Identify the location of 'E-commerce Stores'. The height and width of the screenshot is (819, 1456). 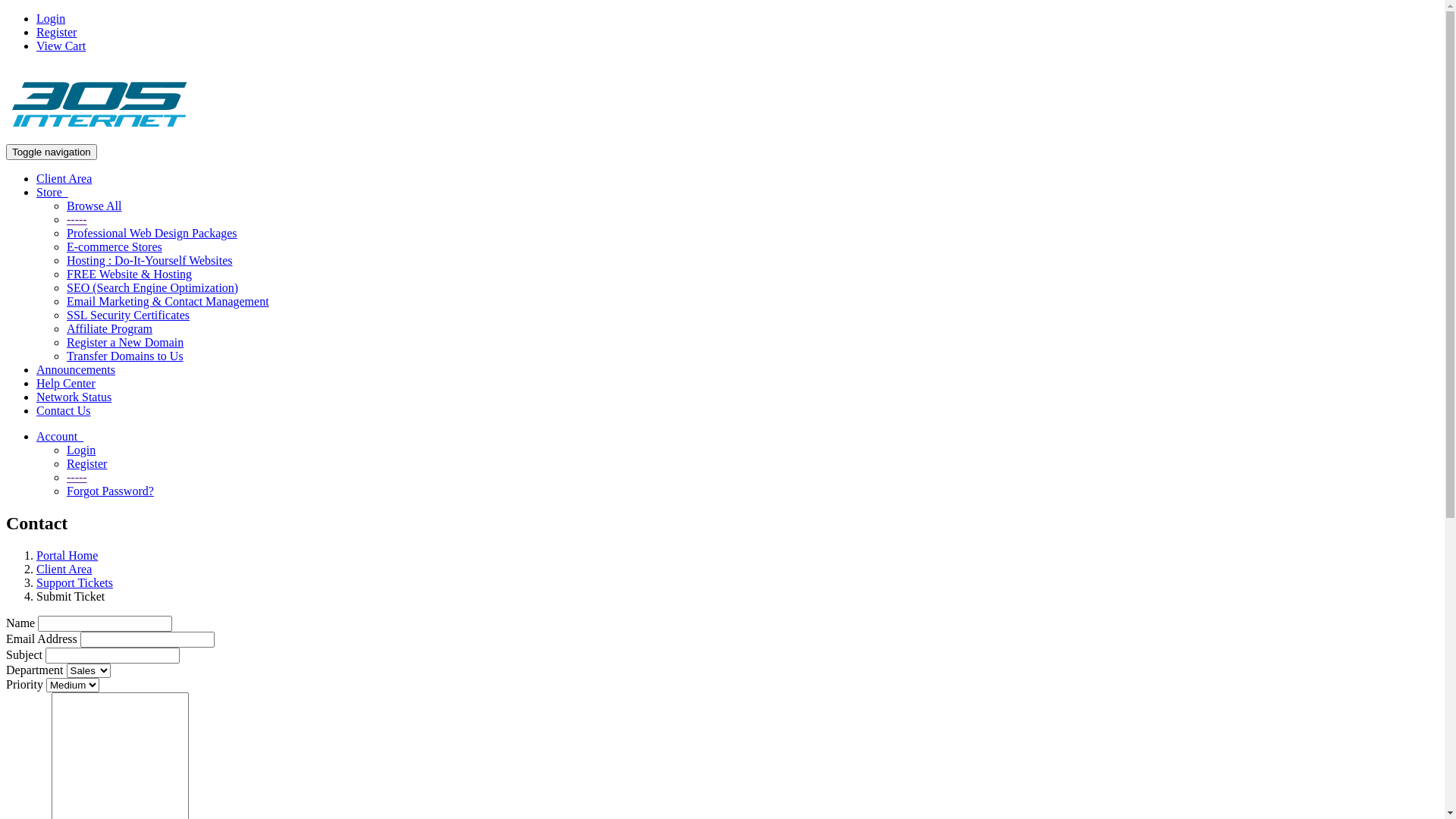
(113, 246).